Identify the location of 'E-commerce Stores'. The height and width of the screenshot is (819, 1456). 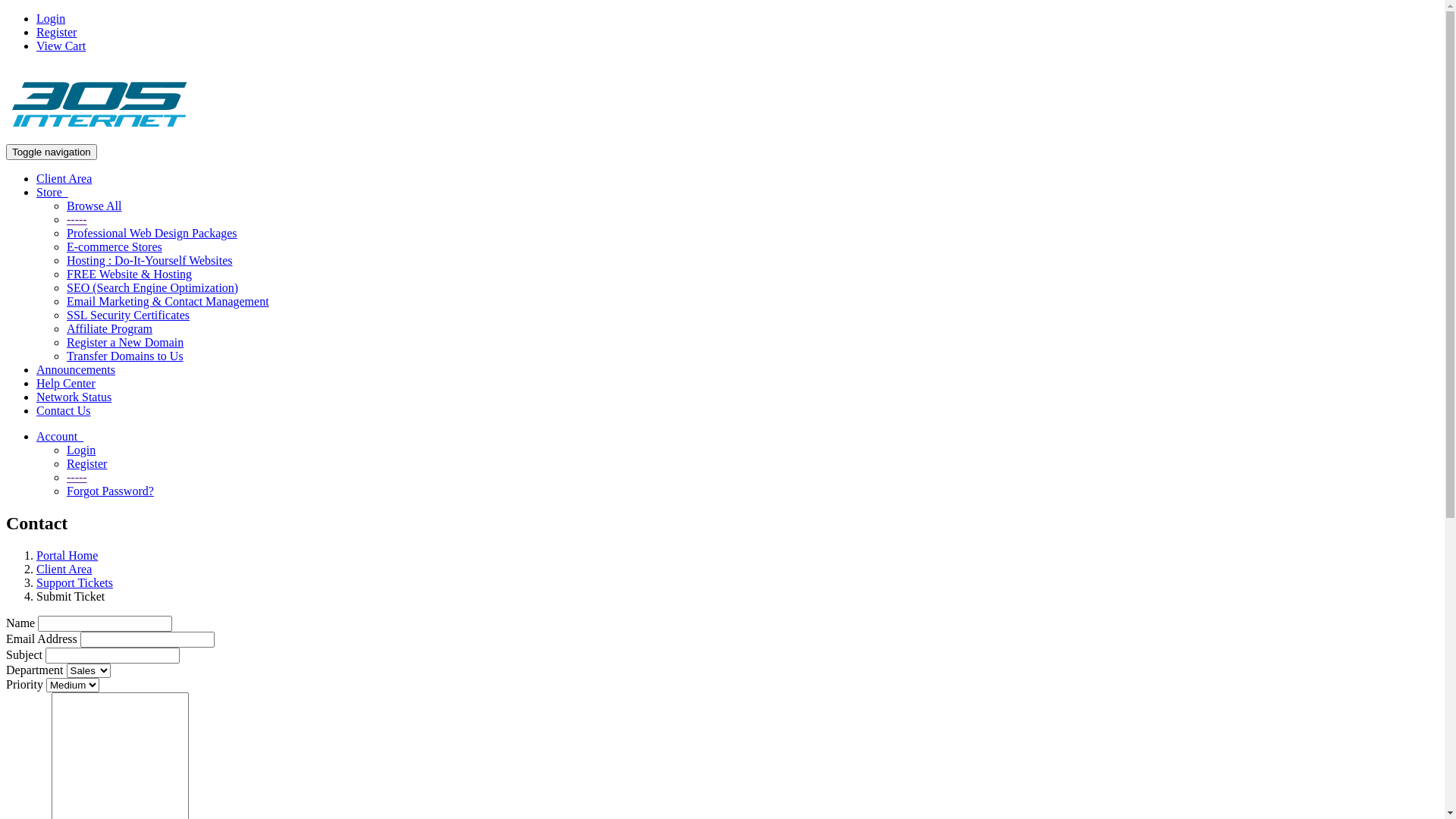
(113, 246).